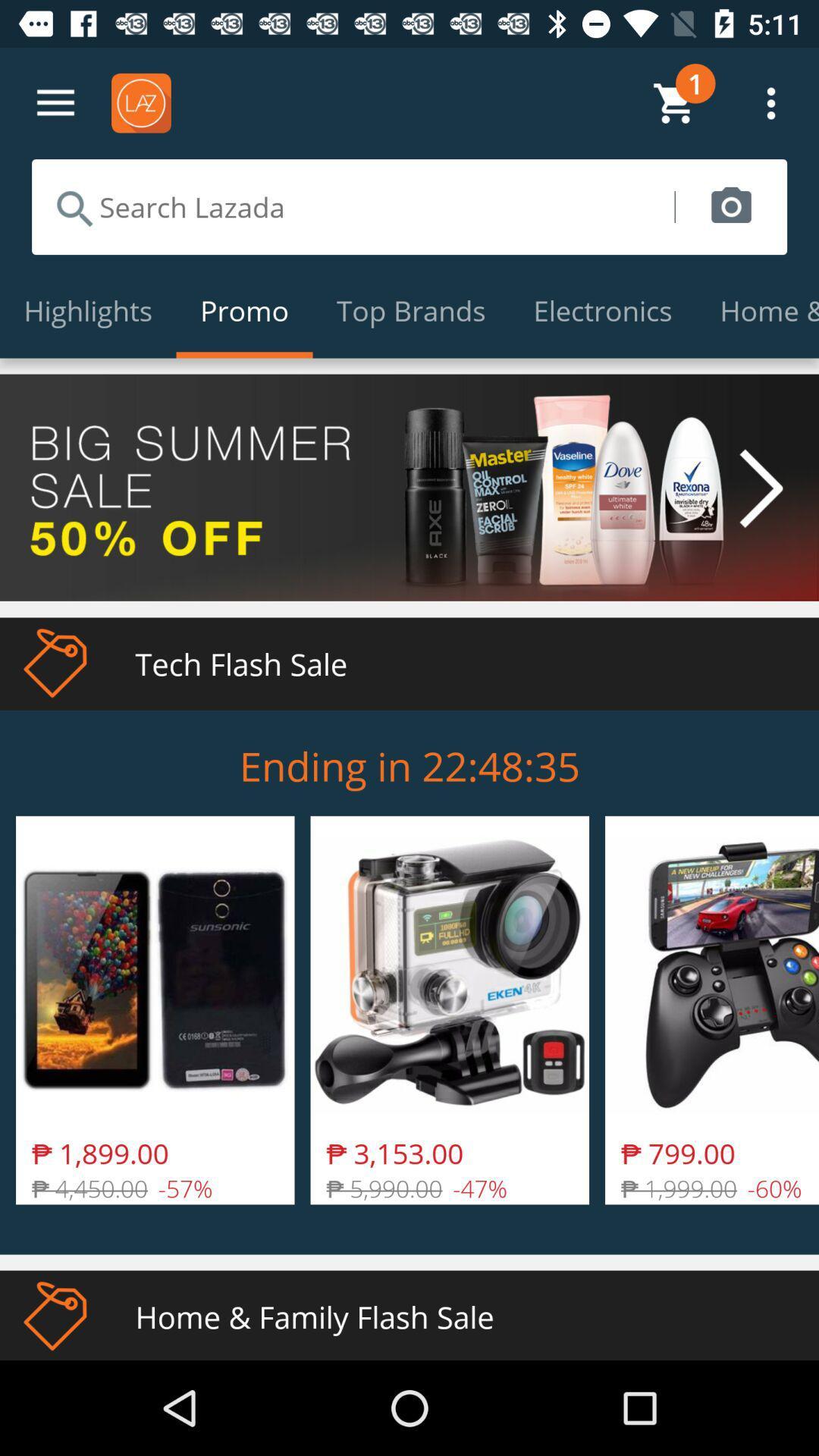 The width and height of the screenshot is (819, 1456). Describe the element at coordinates (55, 102) in the screenshot. I see `back` at that location.